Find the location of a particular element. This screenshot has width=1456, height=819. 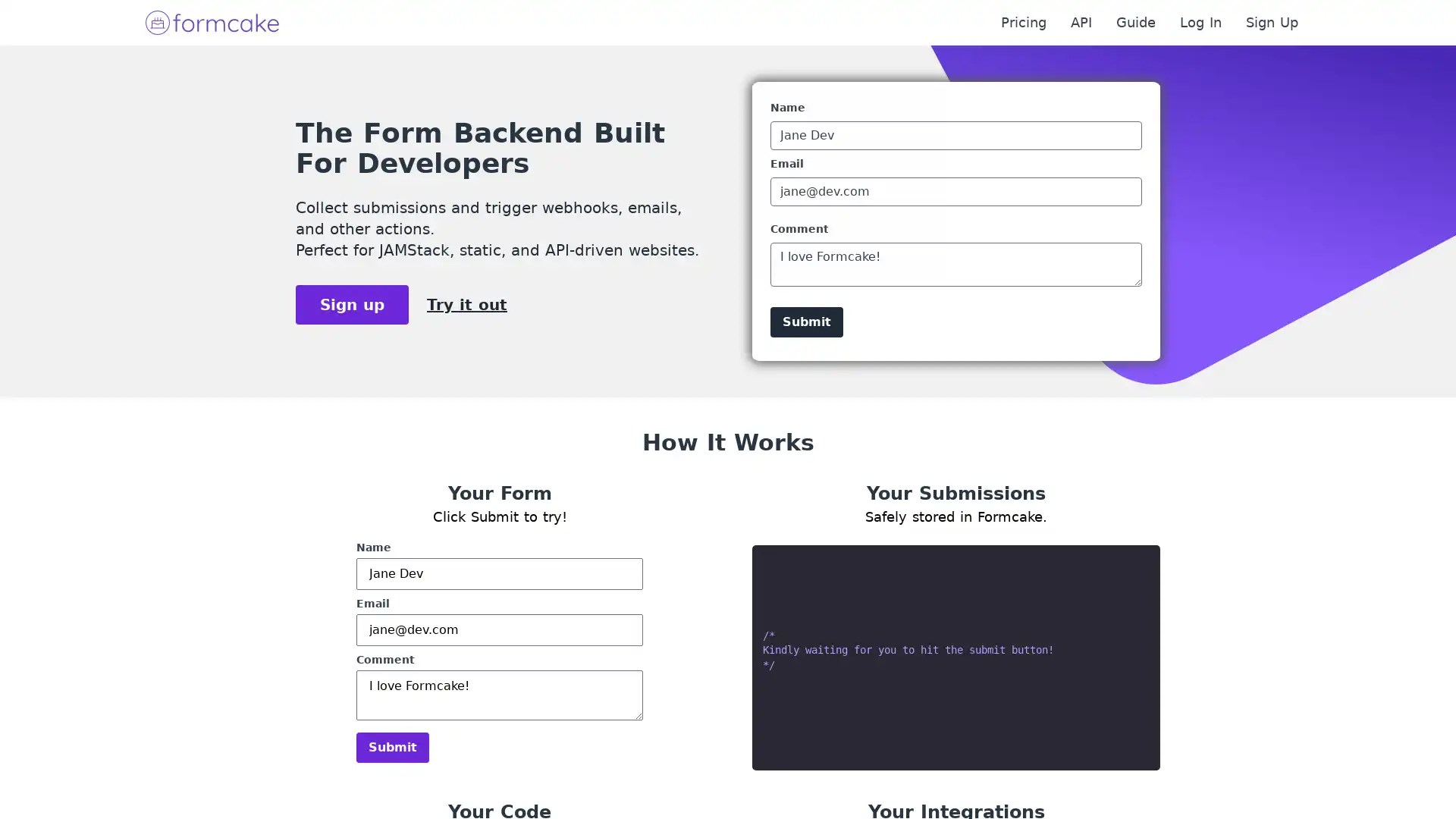

Submit is located at coordinates (393, 745).